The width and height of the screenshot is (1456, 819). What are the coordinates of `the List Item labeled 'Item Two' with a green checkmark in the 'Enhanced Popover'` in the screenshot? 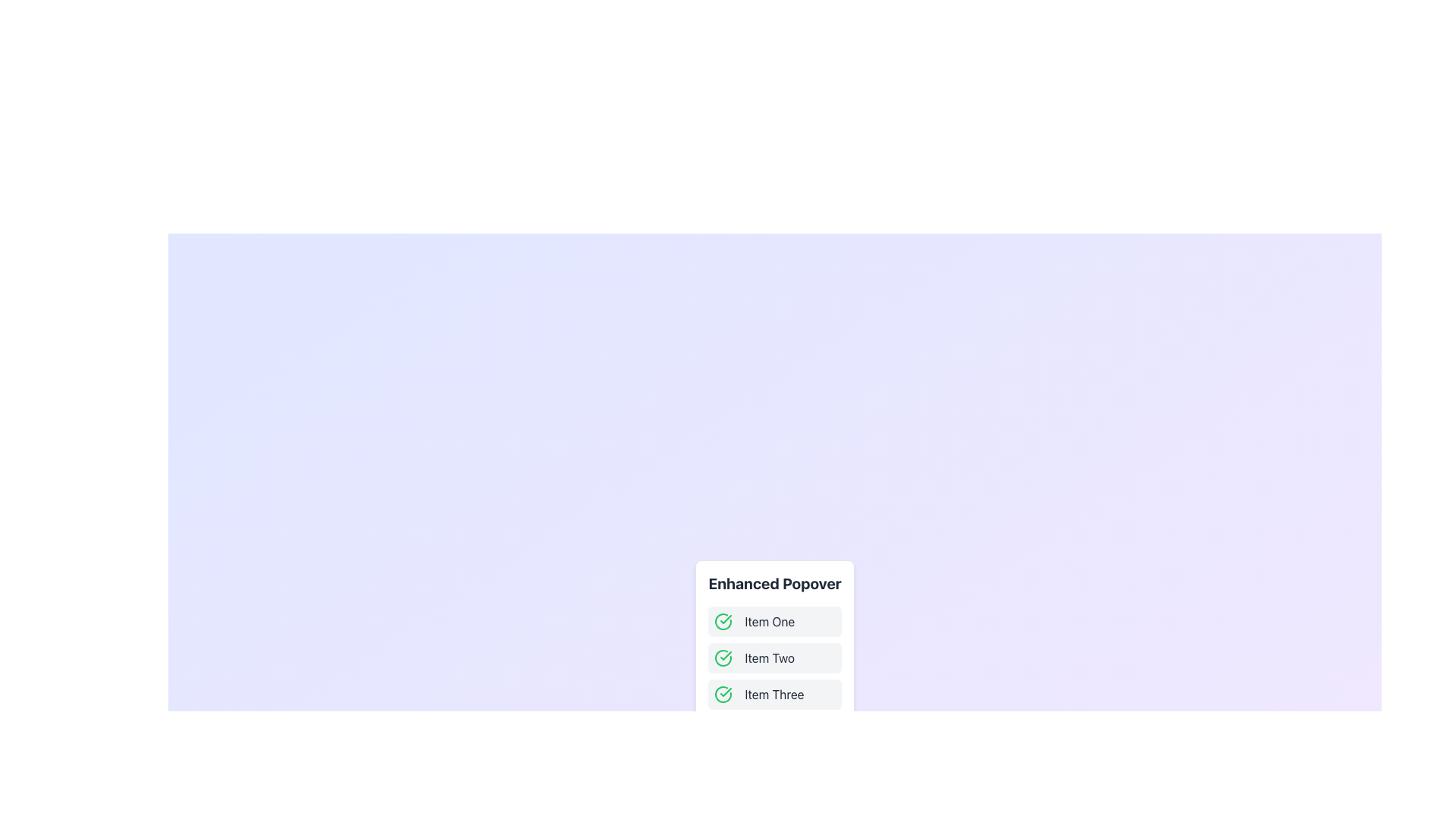 It's located at (775, 657).